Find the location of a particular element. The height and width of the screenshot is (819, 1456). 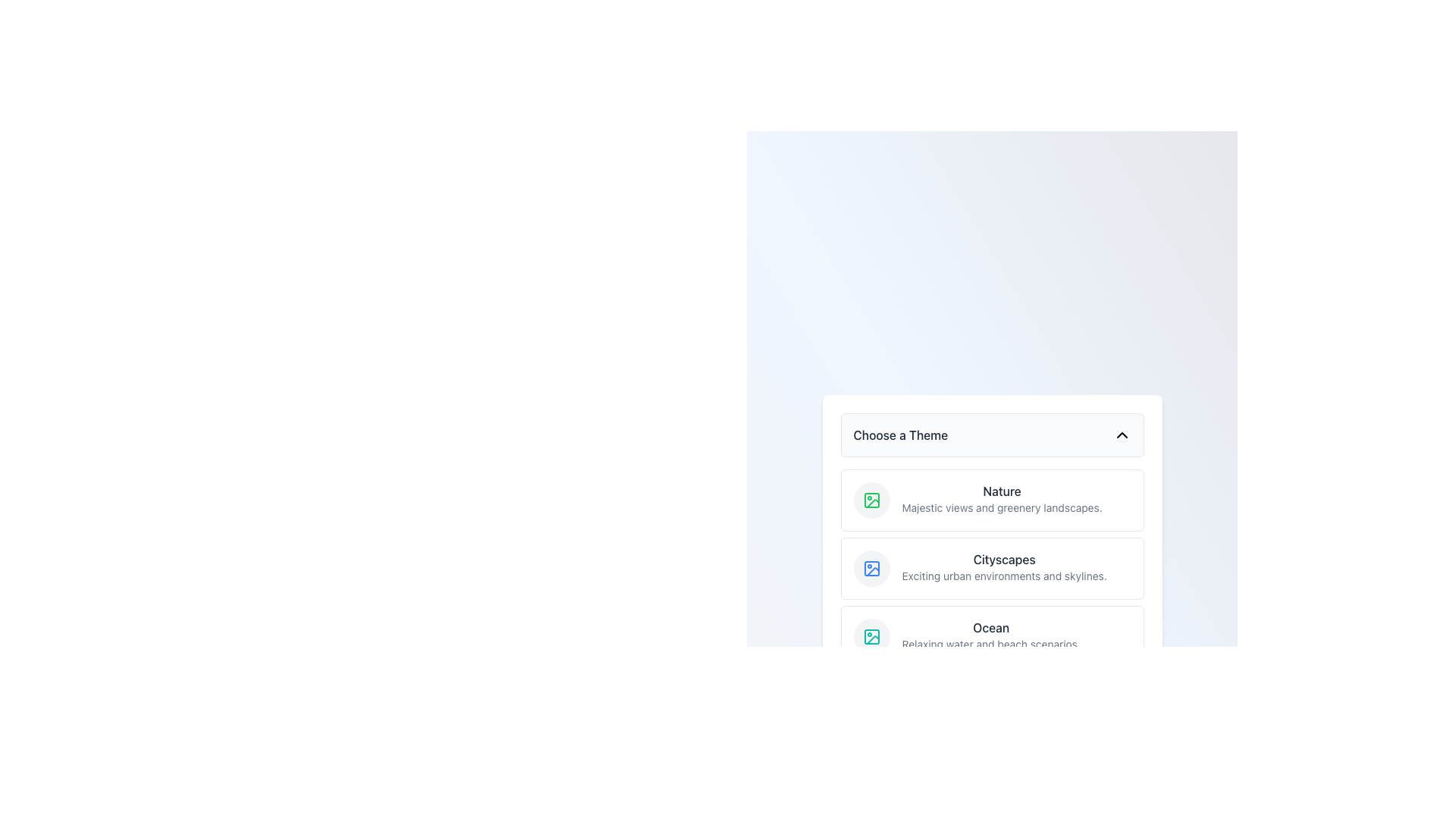

the first selectable list item labeled 'Nature' is located at coordinates (1002, 500).